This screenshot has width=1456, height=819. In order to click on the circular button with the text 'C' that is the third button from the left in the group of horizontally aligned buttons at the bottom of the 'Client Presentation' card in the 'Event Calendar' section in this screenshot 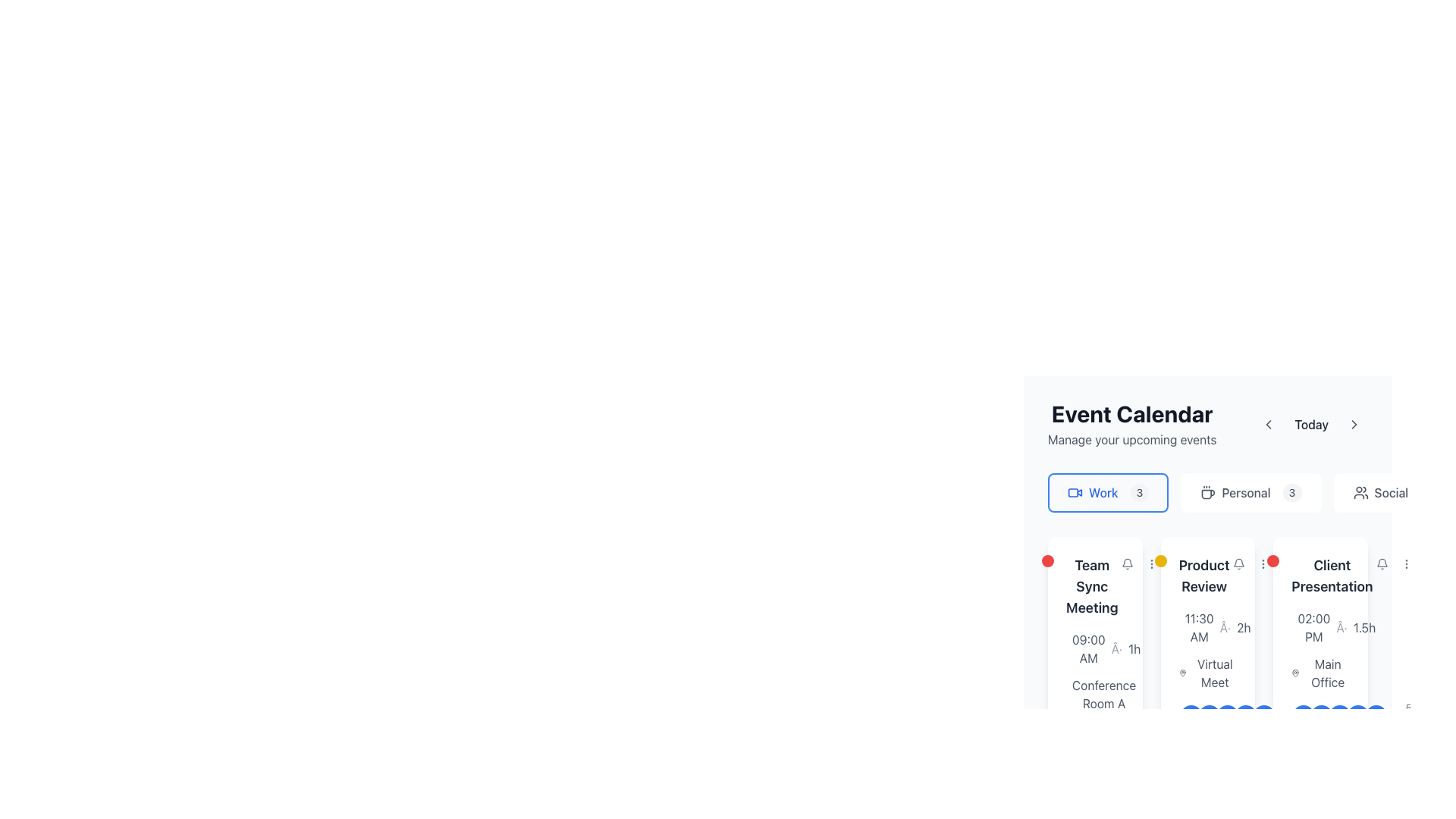, I will do `click(1340, 716)`.